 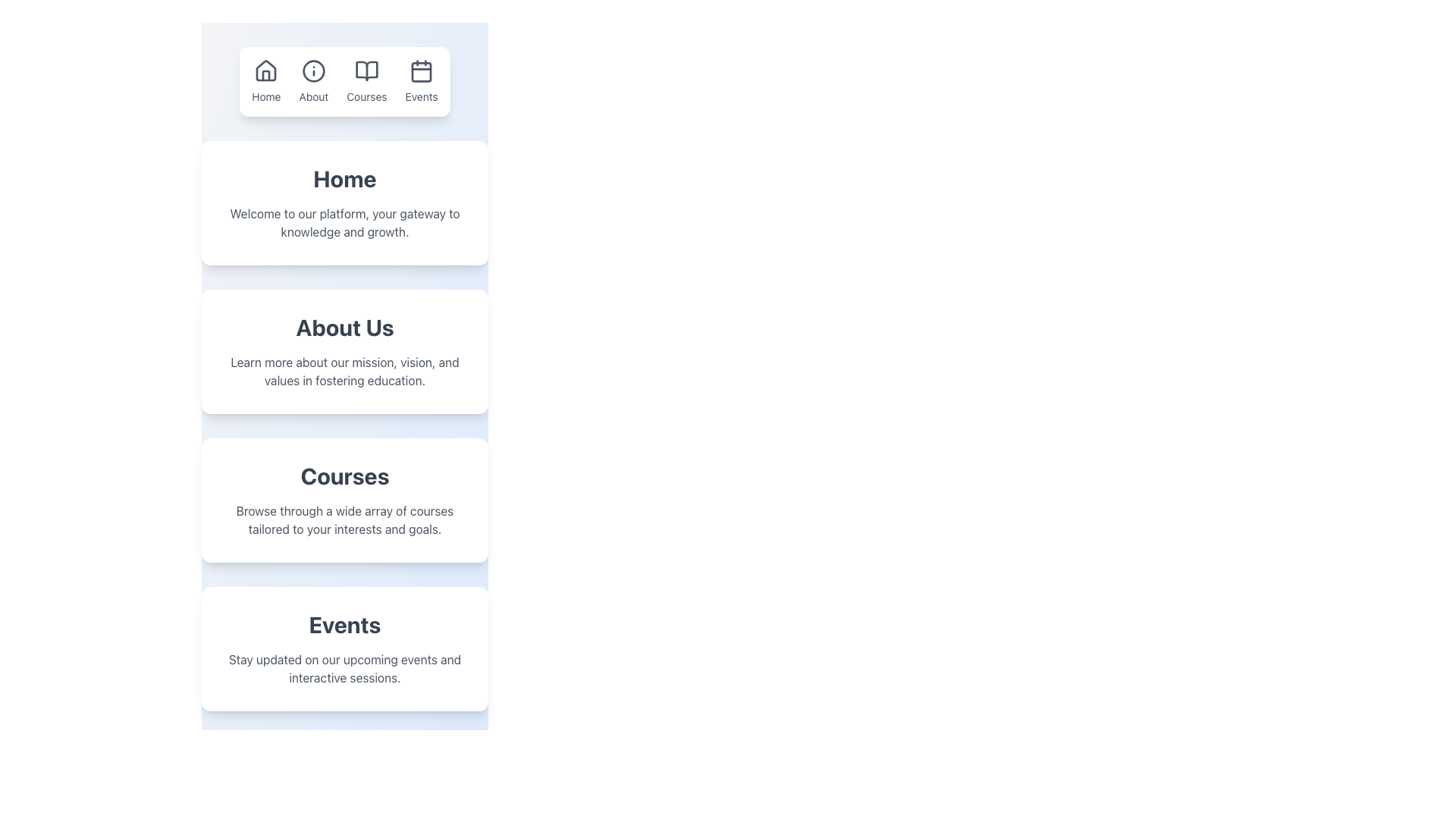 I want to click on the 'Courses' text label located within the third navigation item of the horizontal navigation bar, directly beneath the book icon, so click(x=366, y=96).